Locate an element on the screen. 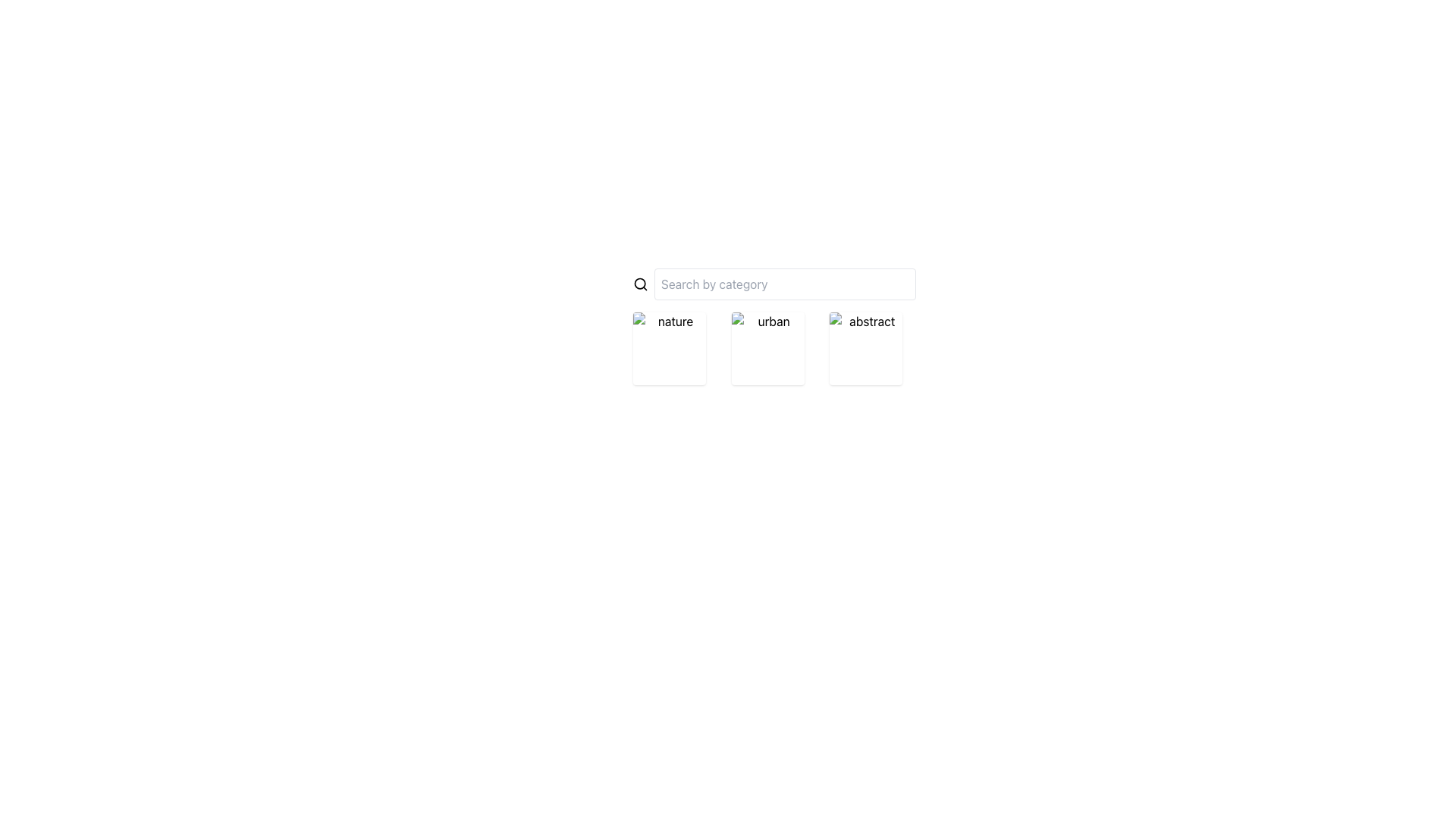 Image resolution: width=1456 pixels, height=819 pixels. the magnifying glass icon representing the search action to trigger a tooltip or highlight effect is located at coordinates (640, 284).